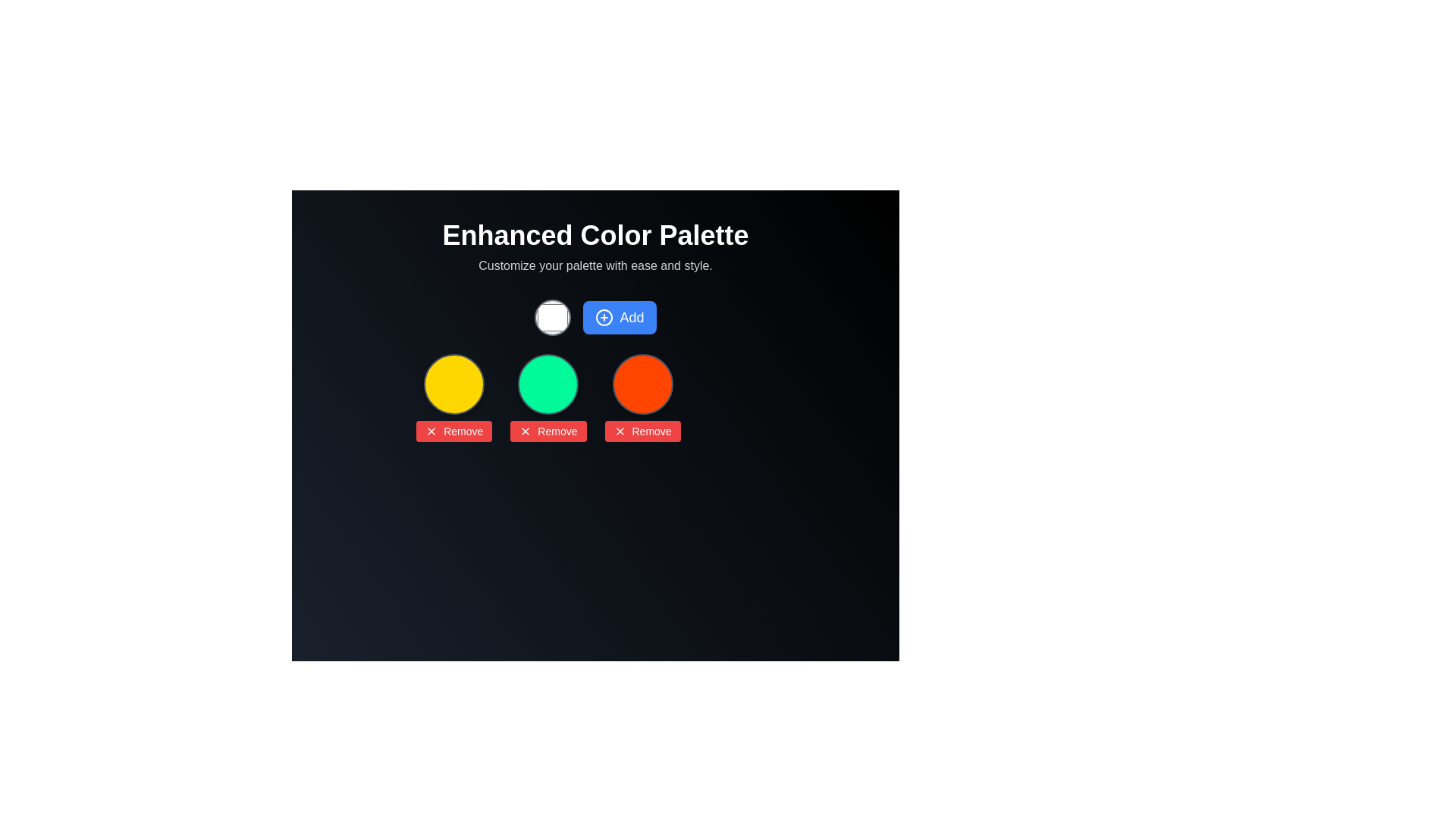 Image resolution: width=1456 pixels, height=819 pixels. I want to click on the 'Remove' button of the third Interactive UI element, which visually represents a removal action, so click(642, 397).